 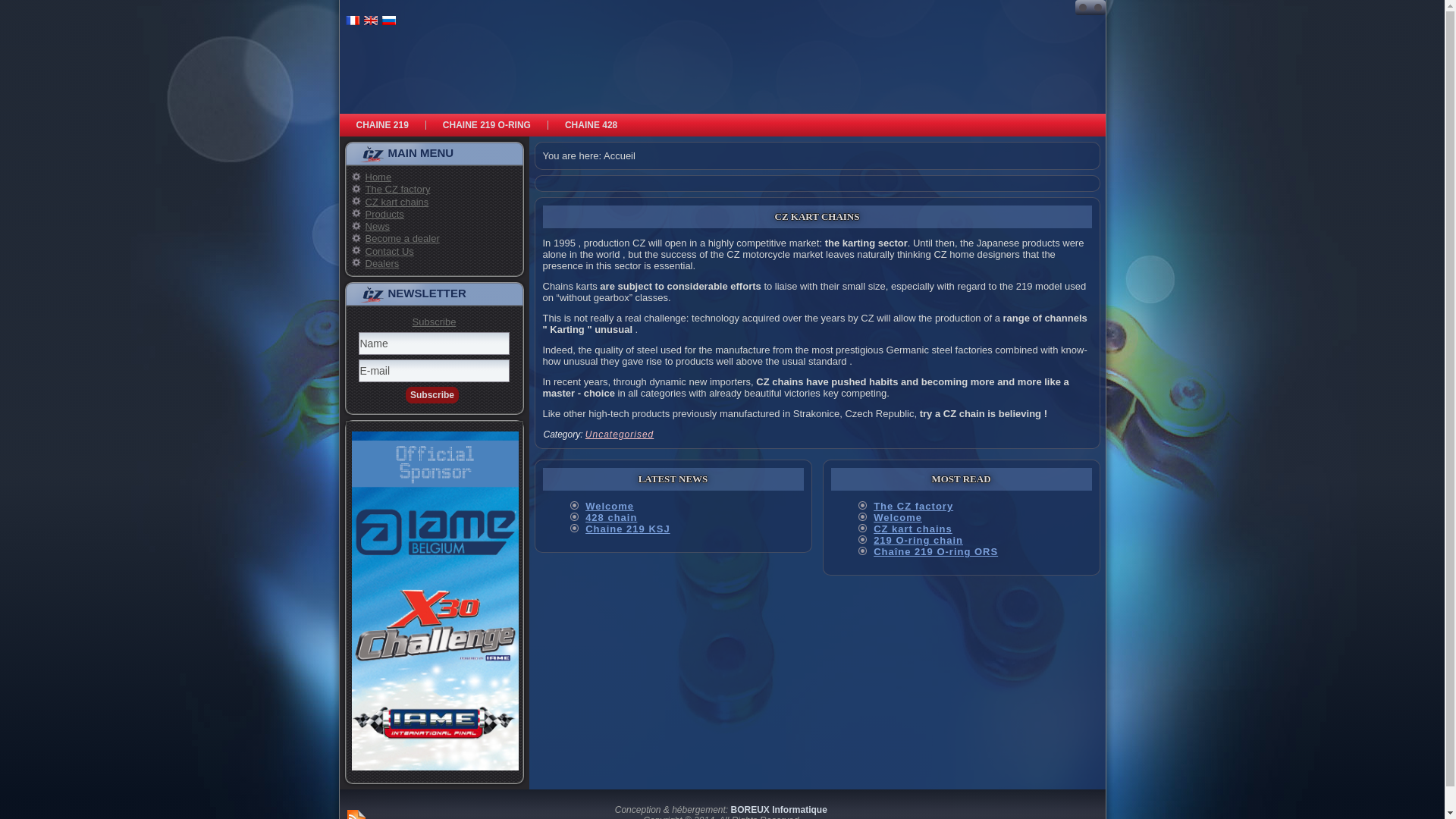 What do you see at coordinates (378, 226) in the screenshot?
I see `'News'` at bounding box center [378, 226].